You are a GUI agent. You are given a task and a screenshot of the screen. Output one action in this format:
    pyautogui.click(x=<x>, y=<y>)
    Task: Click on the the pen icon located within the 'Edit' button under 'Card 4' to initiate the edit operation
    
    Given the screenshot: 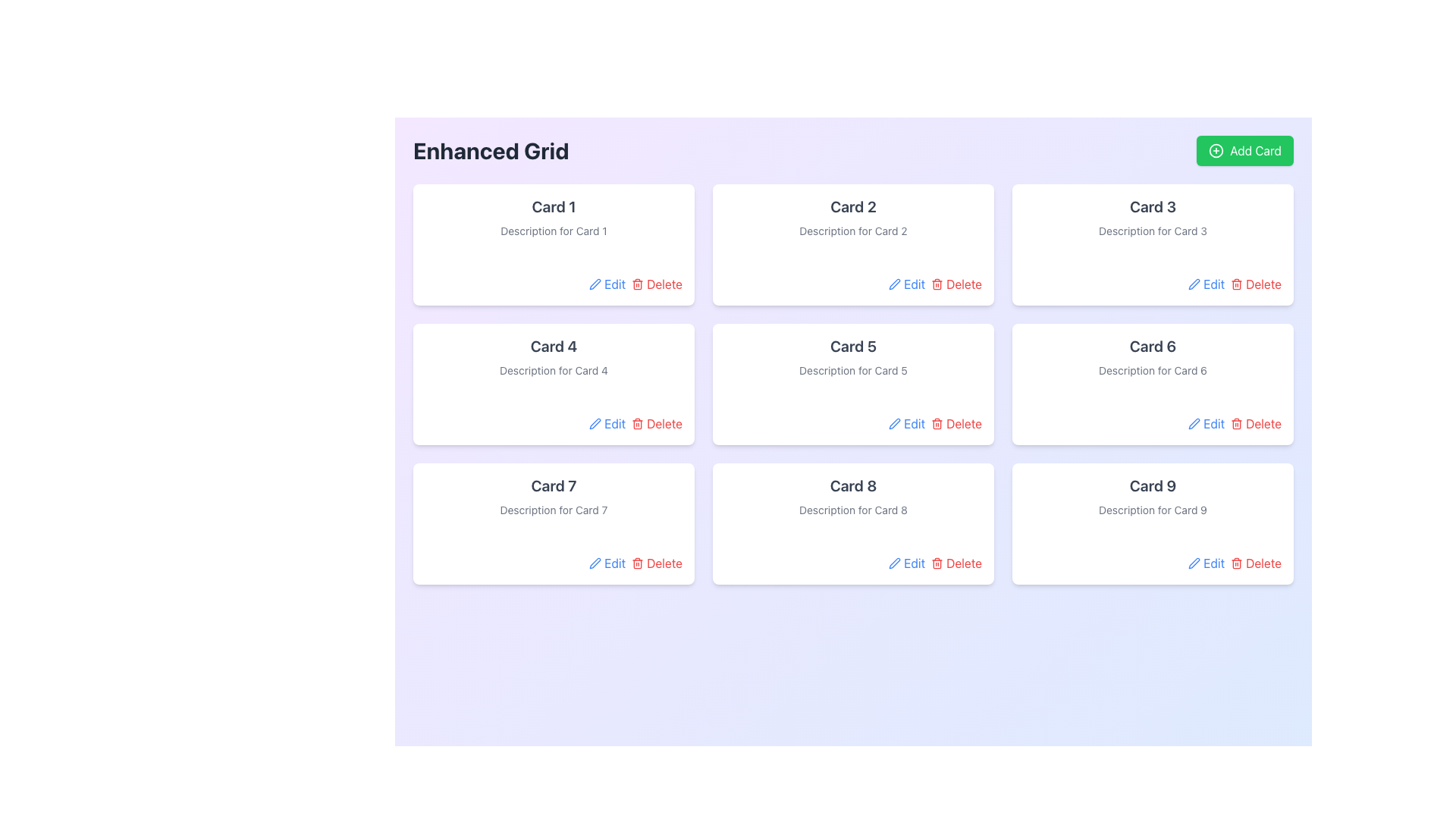 What is the action you would take?
    pyautogui.click(x=595, y=424)
    